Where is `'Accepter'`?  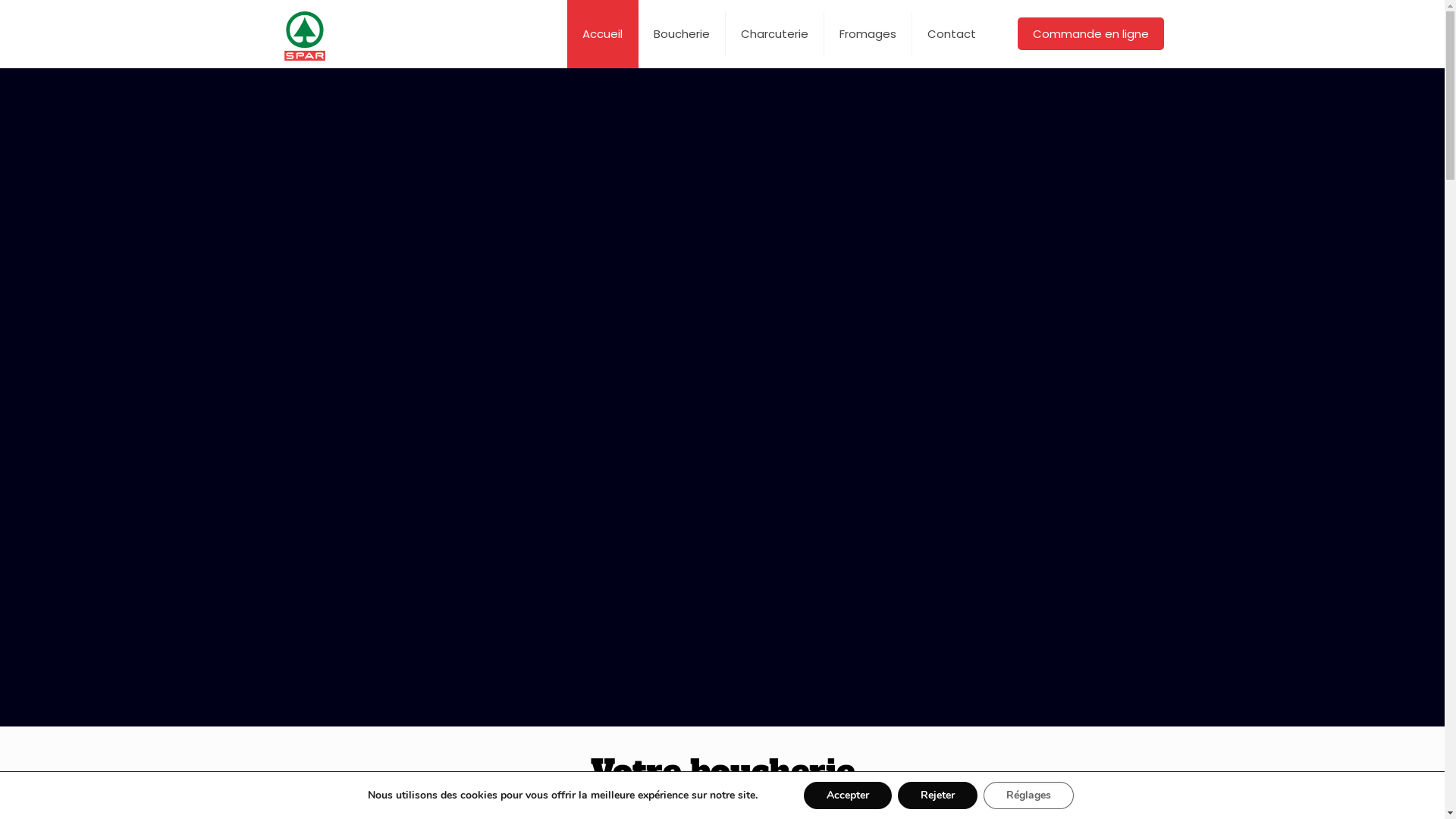
'Accepter' is located at coordinates (847, 795).